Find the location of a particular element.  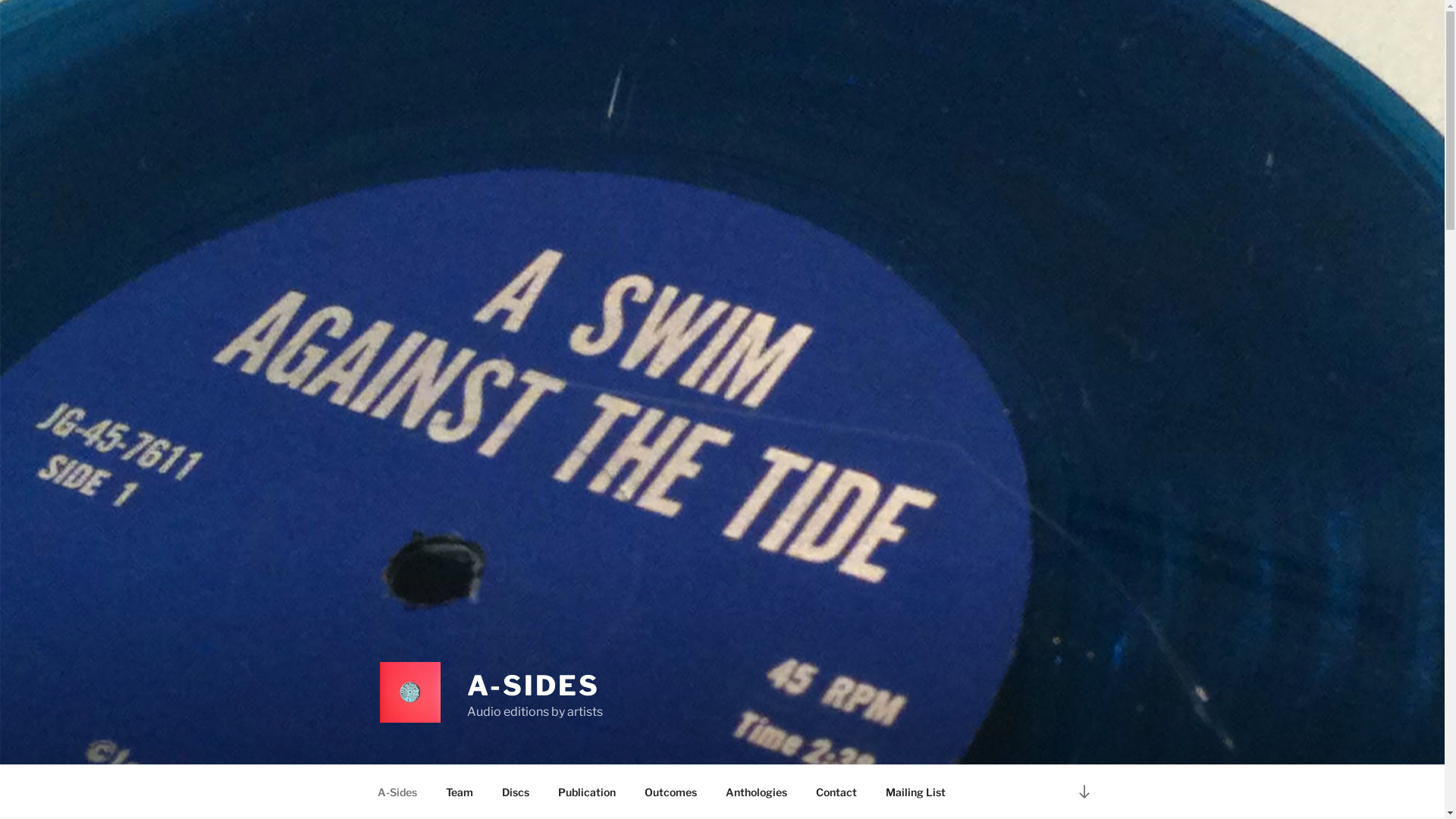

'Scroll down to content' is located at coordinates (1083, 790).